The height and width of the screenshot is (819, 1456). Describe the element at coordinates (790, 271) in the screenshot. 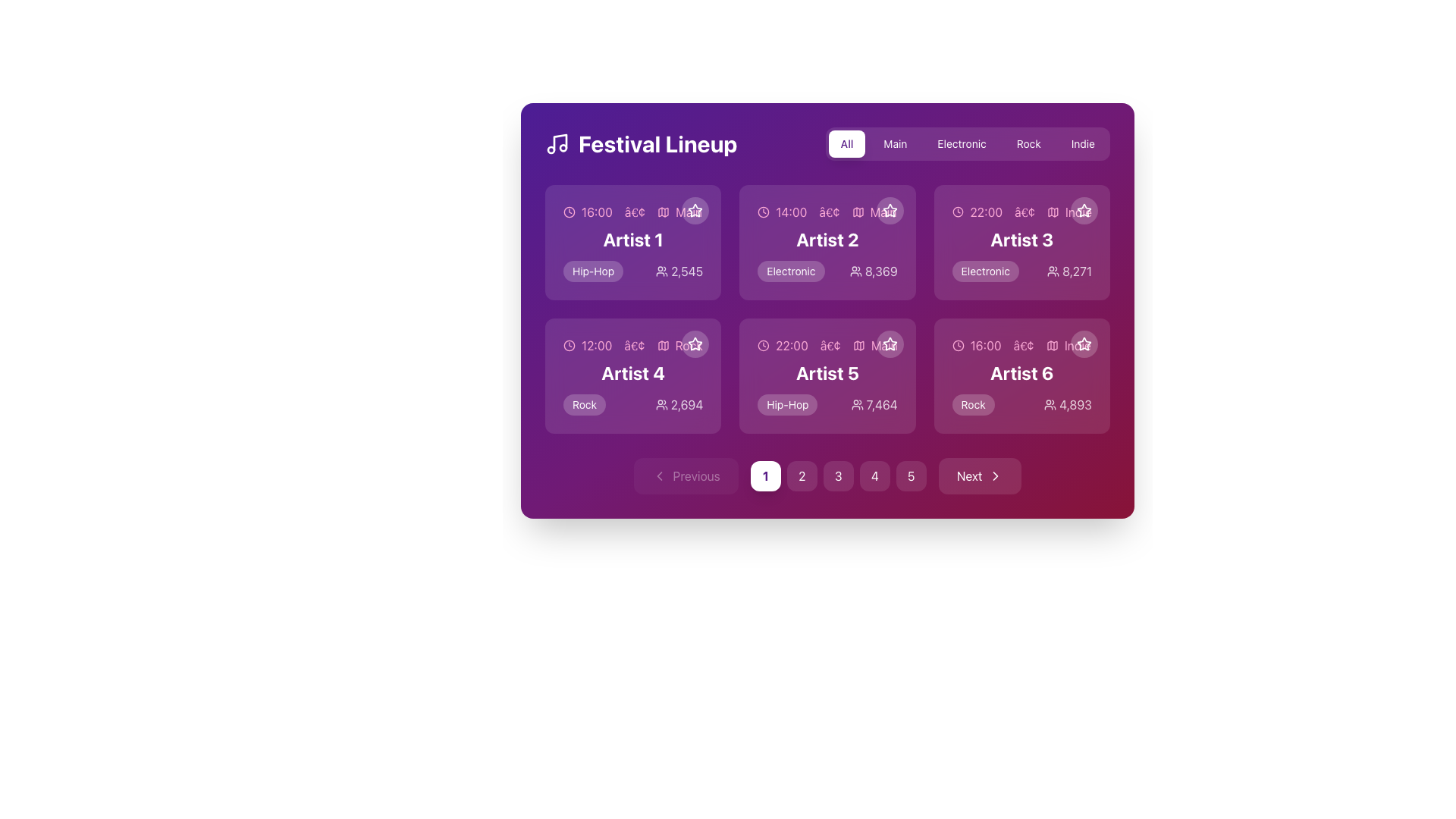

I see `the category label indicating the music genre 'Electronic' for 'Artist 2', which is positioned adjacent to the text '8,369'` at that location.